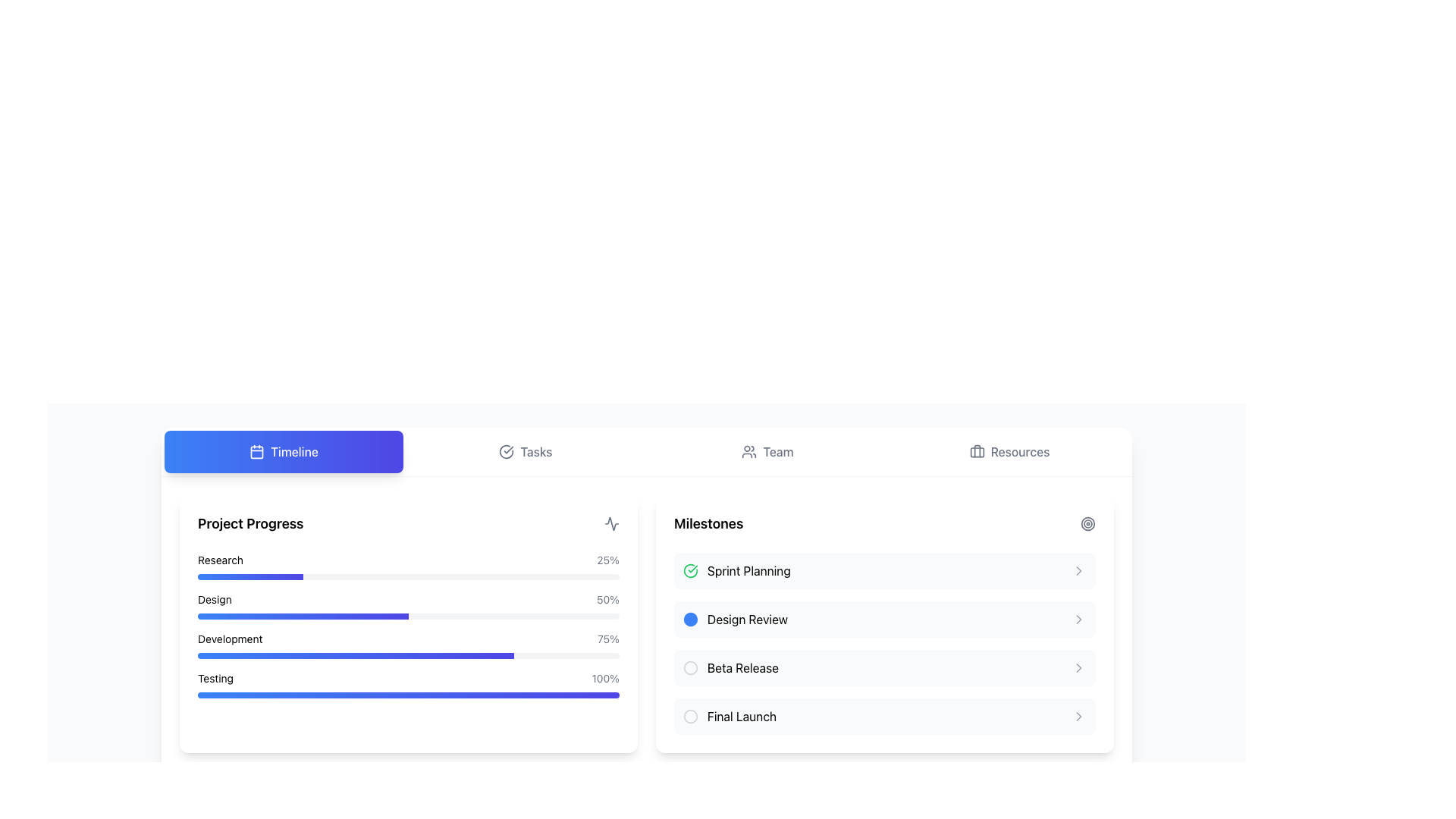 The height and width of the screenshot is (819, 1456). Describe the element at coordinates (611, 522) in the screenshot. I see `the small gray SVG icon resembling an activity graph located near the top-right corner of the 'Project Progress' section` at that location.